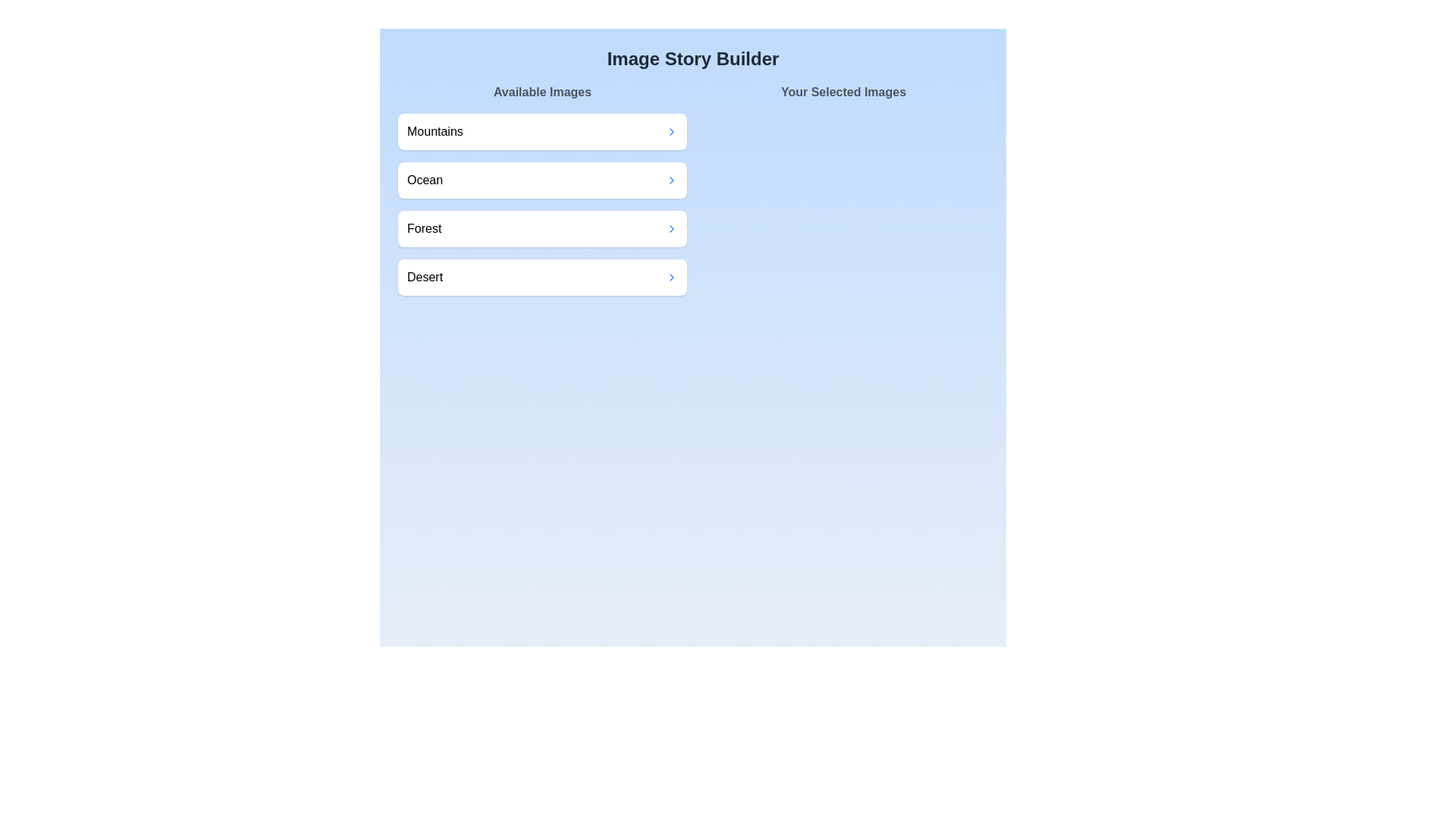 The width and height of the screenshot is (1456, 819). Describe the element at coordinates (542, 93) in the screenshot. I see `the heading Available Images` at that location.